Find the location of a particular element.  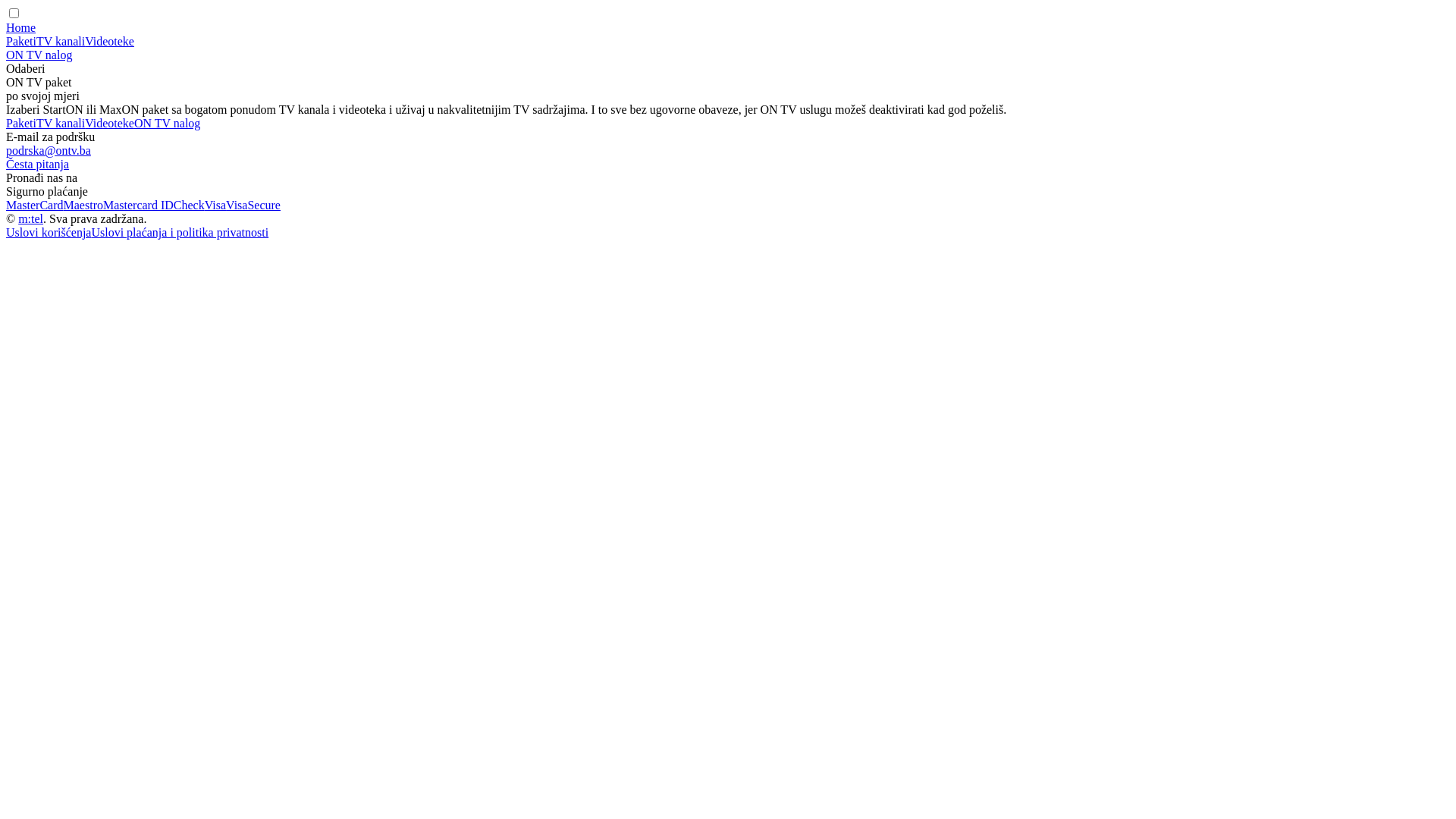

'Maestro' is located at coordinates (83, 205).